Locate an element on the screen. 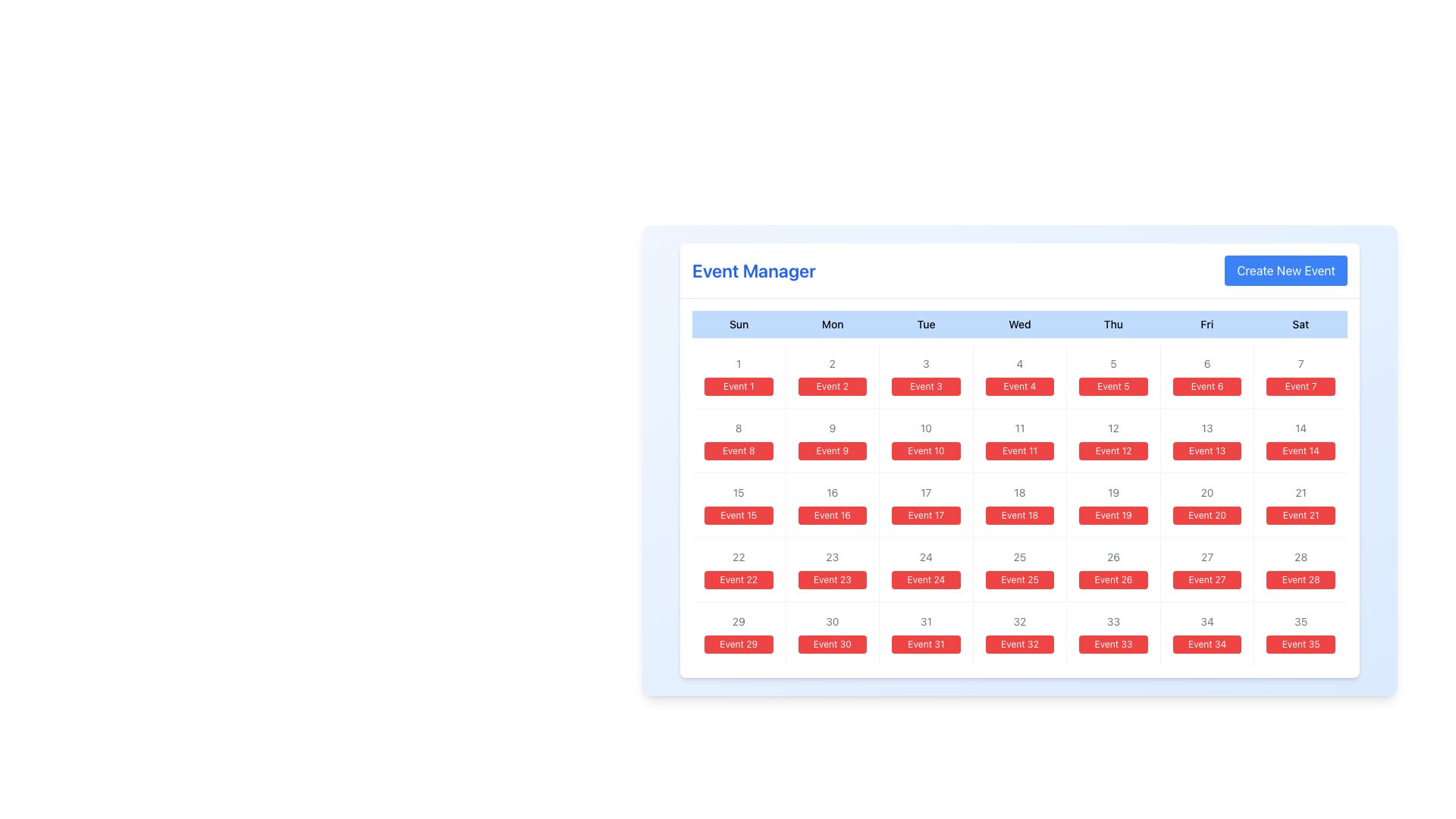 This screenshot has height=819, width=1456. the interactive calendar day block representing 'Event 22' located in the central section of the calendar grid under the 'Sun' column and the fourth row is located at coordinates (739, 570).